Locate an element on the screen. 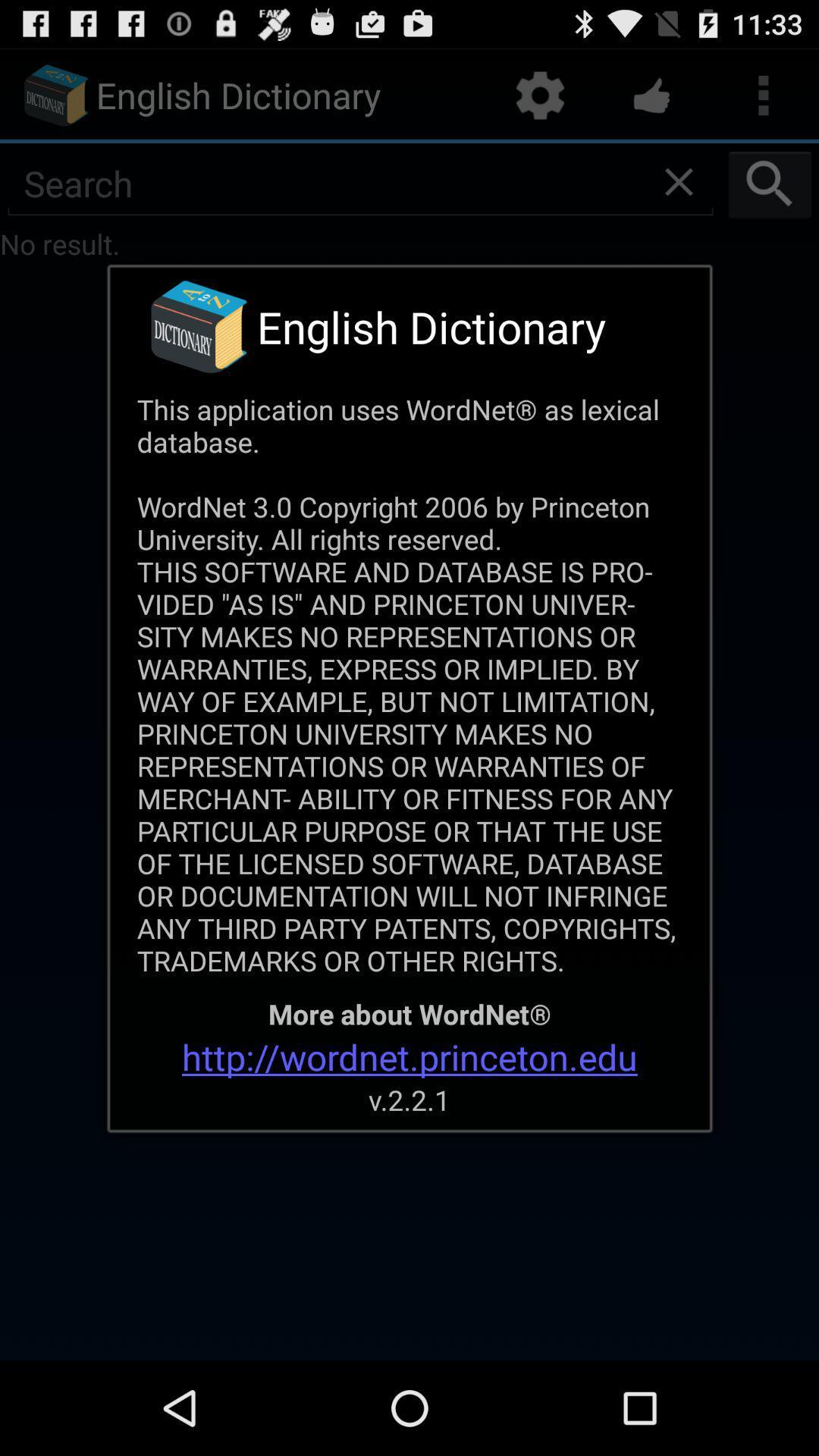 This screenshot has height=1456, width=819. the item above v 2 2 app is located at coordinates (409, 1056).